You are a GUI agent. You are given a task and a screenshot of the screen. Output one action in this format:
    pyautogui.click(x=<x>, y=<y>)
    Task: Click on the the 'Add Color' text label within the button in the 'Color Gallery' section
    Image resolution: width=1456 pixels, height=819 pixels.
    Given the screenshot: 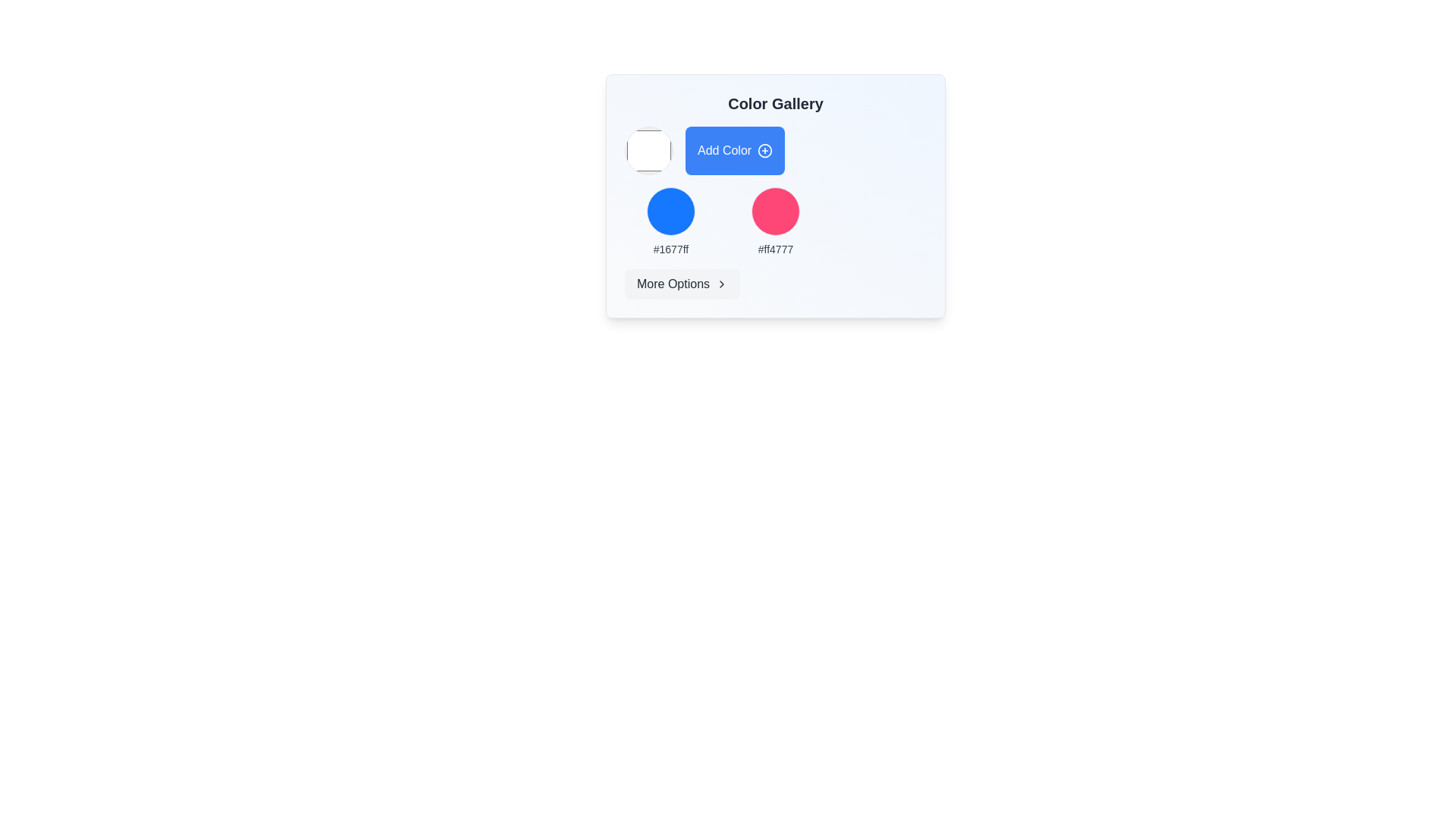 What is the action you would take?
    pyautogui.click(x=723, y=151)
    